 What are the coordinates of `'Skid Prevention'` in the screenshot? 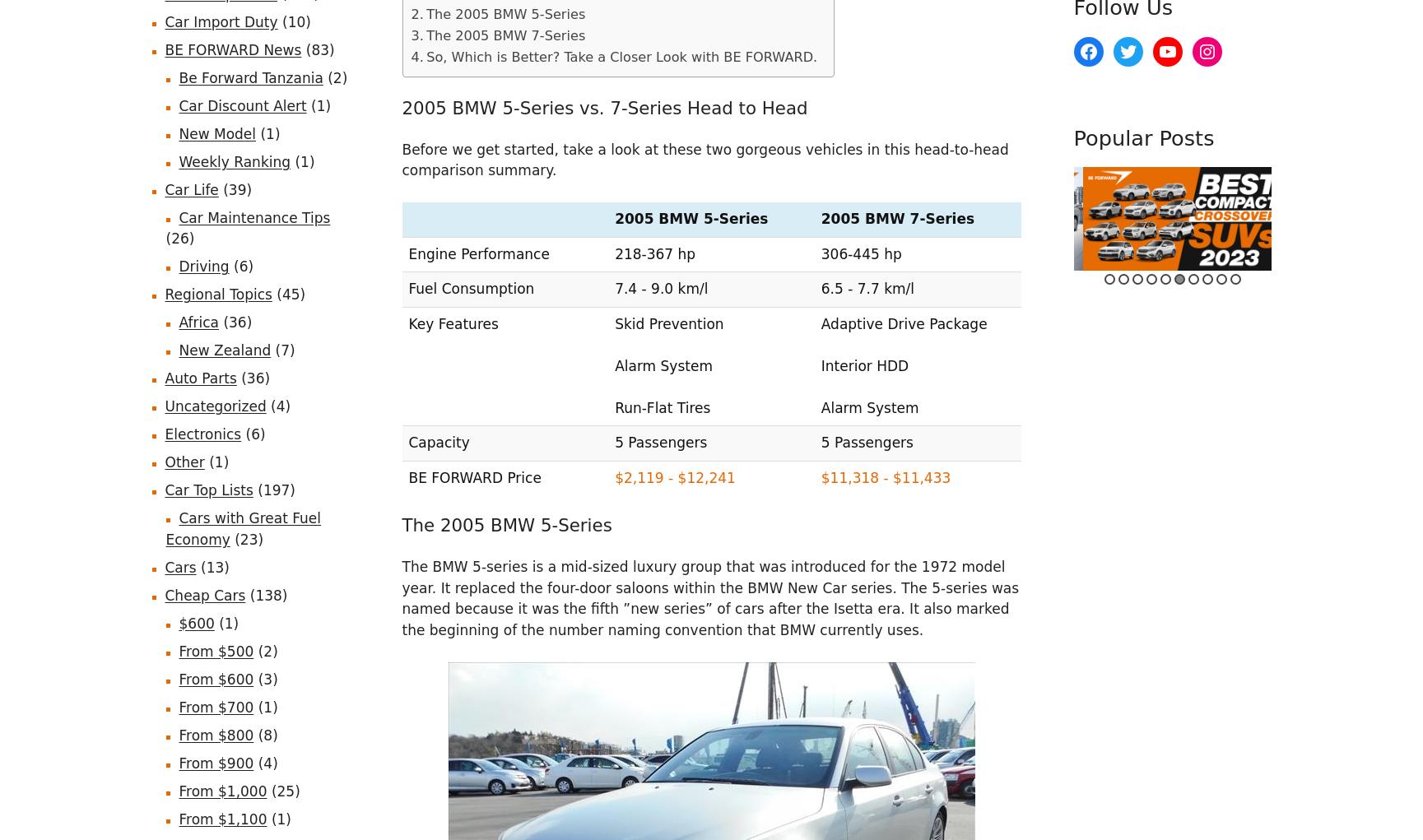 It's located at (614, 323).